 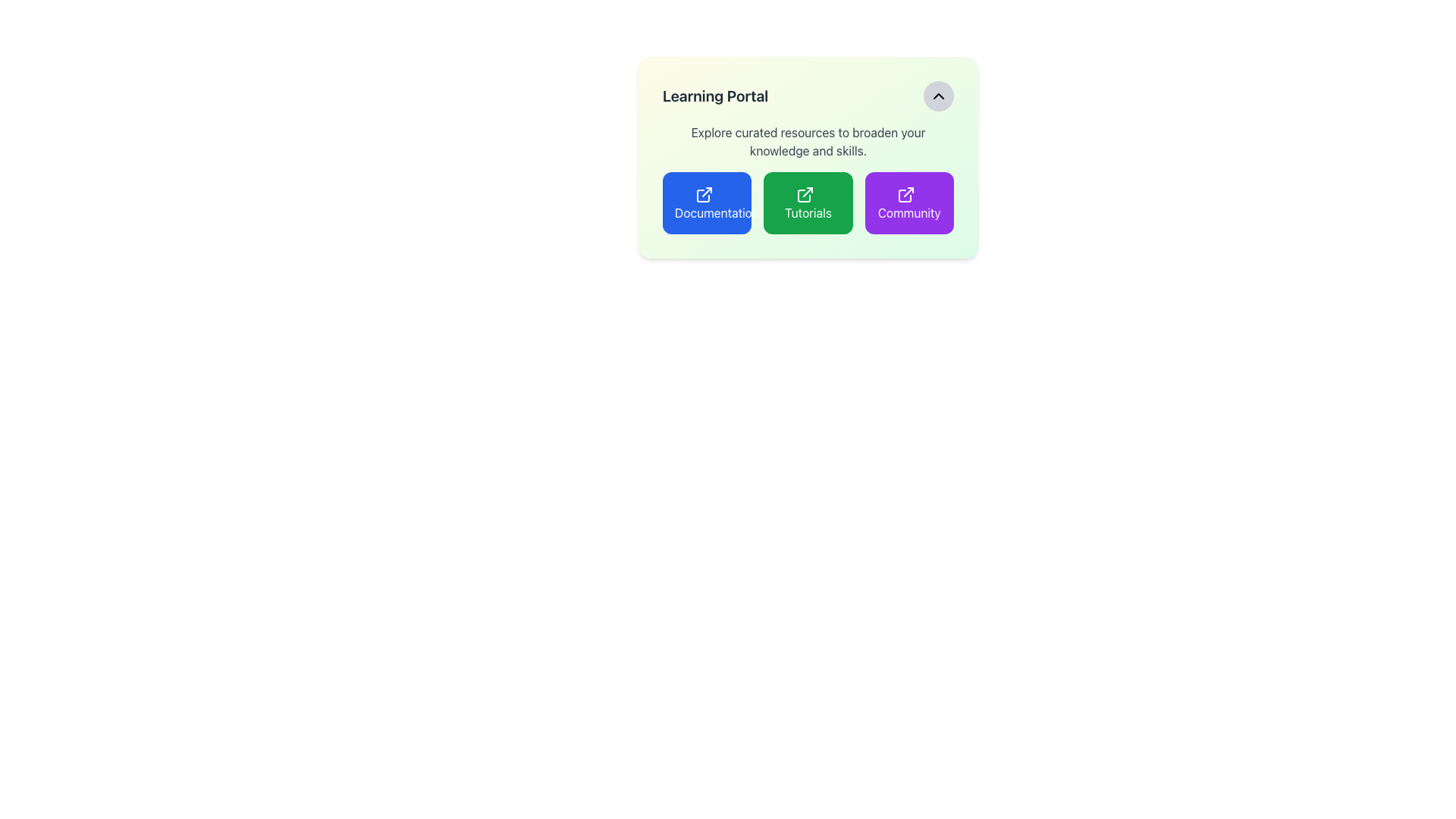 What do you see at coordinates (807, 177) in the screenshot?
I see `the second button in a horizontal group of three, which links to tutorial resources, to observe its hover effects` at bounding box center [807, 177].